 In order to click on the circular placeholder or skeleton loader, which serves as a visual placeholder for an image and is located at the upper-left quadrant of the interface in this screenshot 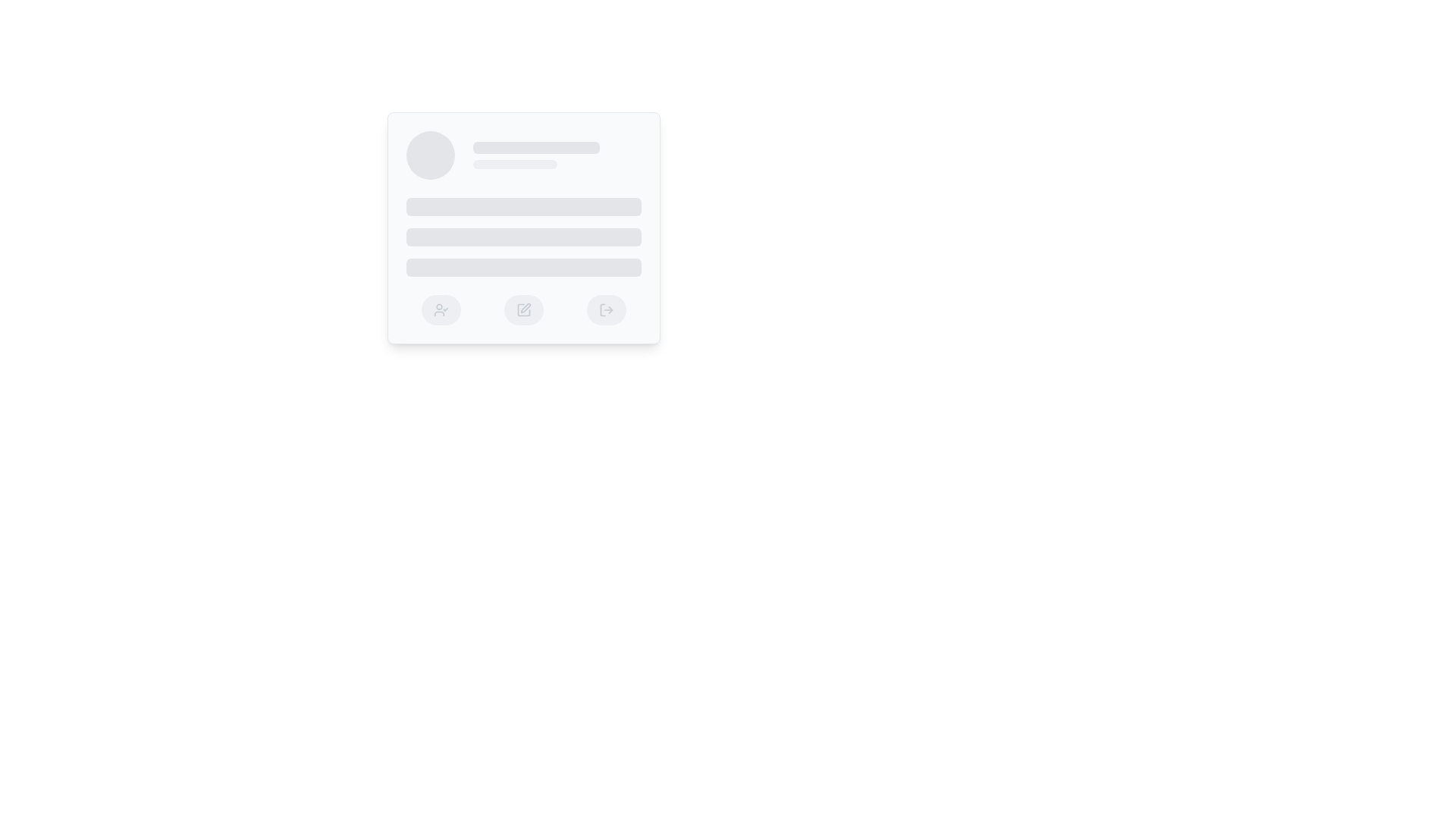, I will do `click(429, 155)`.